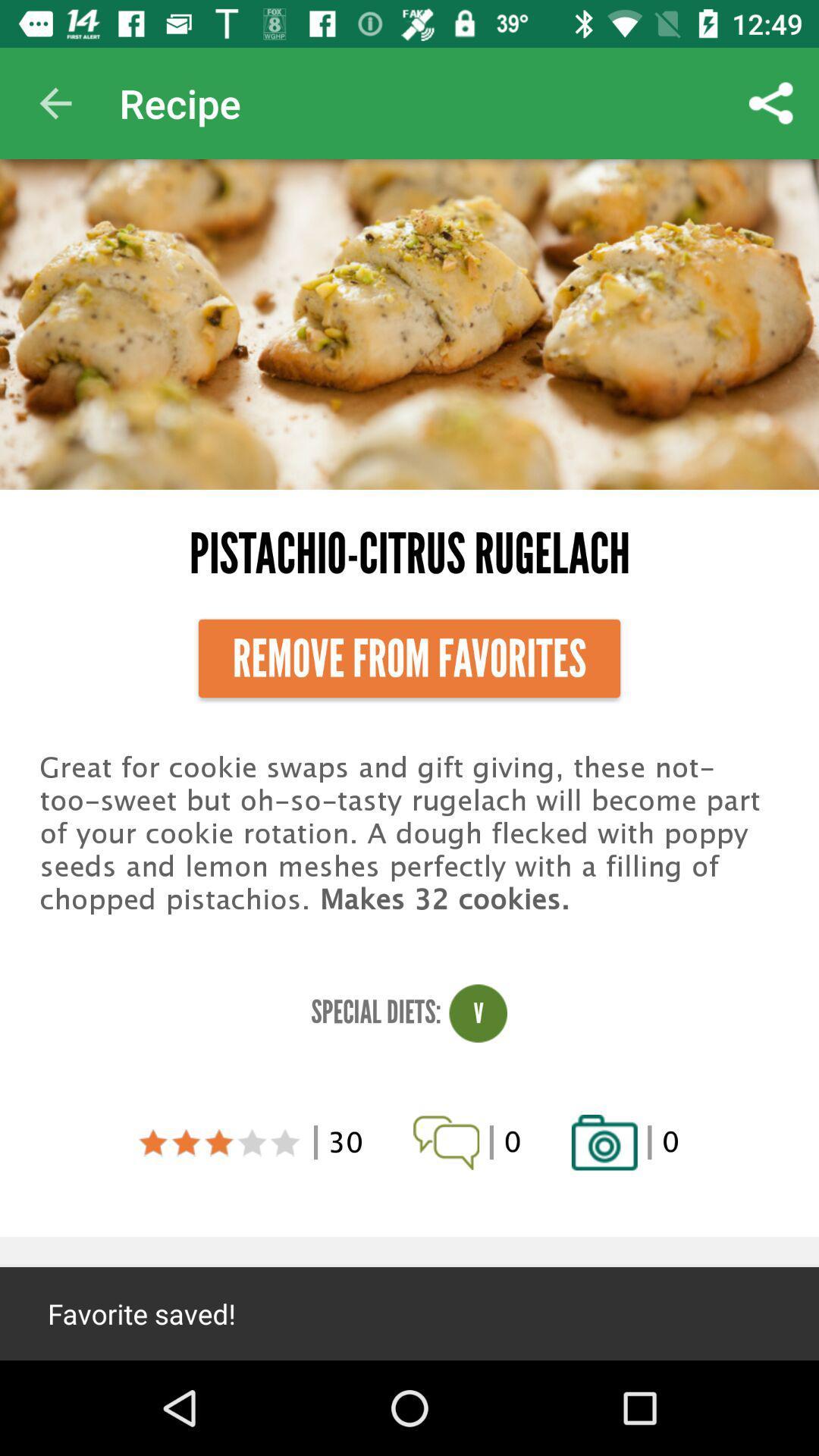 The height and width of the screenshot is (1456, 819). Describe the element at coordinates (55, 102) in the screenshot. I see `the app next to recipe item` at that location.